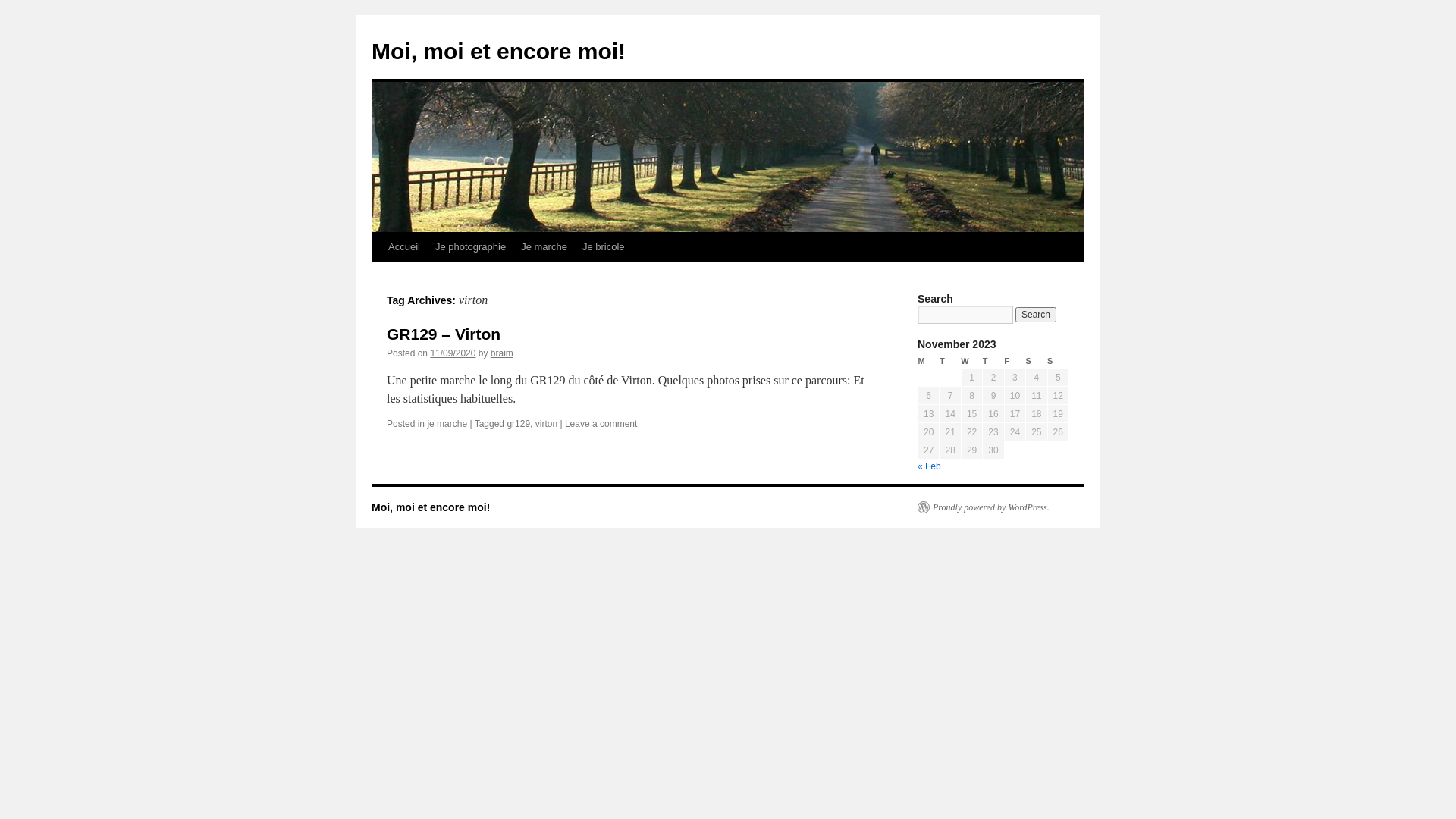  What do you see at coordinates (378, 275) in the screenshot?
I see `'Skip to content'` at bounding box center [378, 275].